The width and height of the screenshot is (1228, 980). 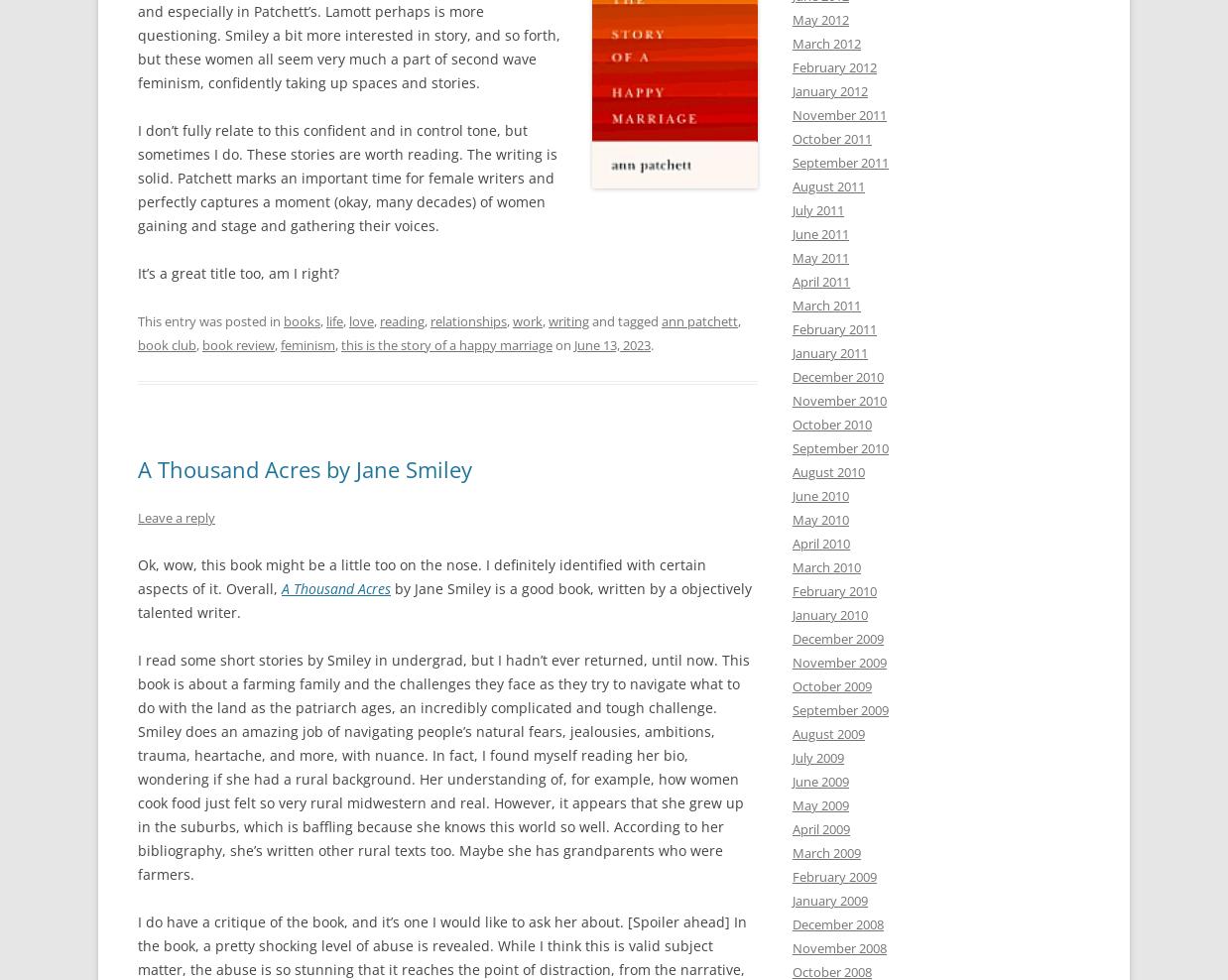 I want to click on 'April 2010', so click(x=793, y=543).